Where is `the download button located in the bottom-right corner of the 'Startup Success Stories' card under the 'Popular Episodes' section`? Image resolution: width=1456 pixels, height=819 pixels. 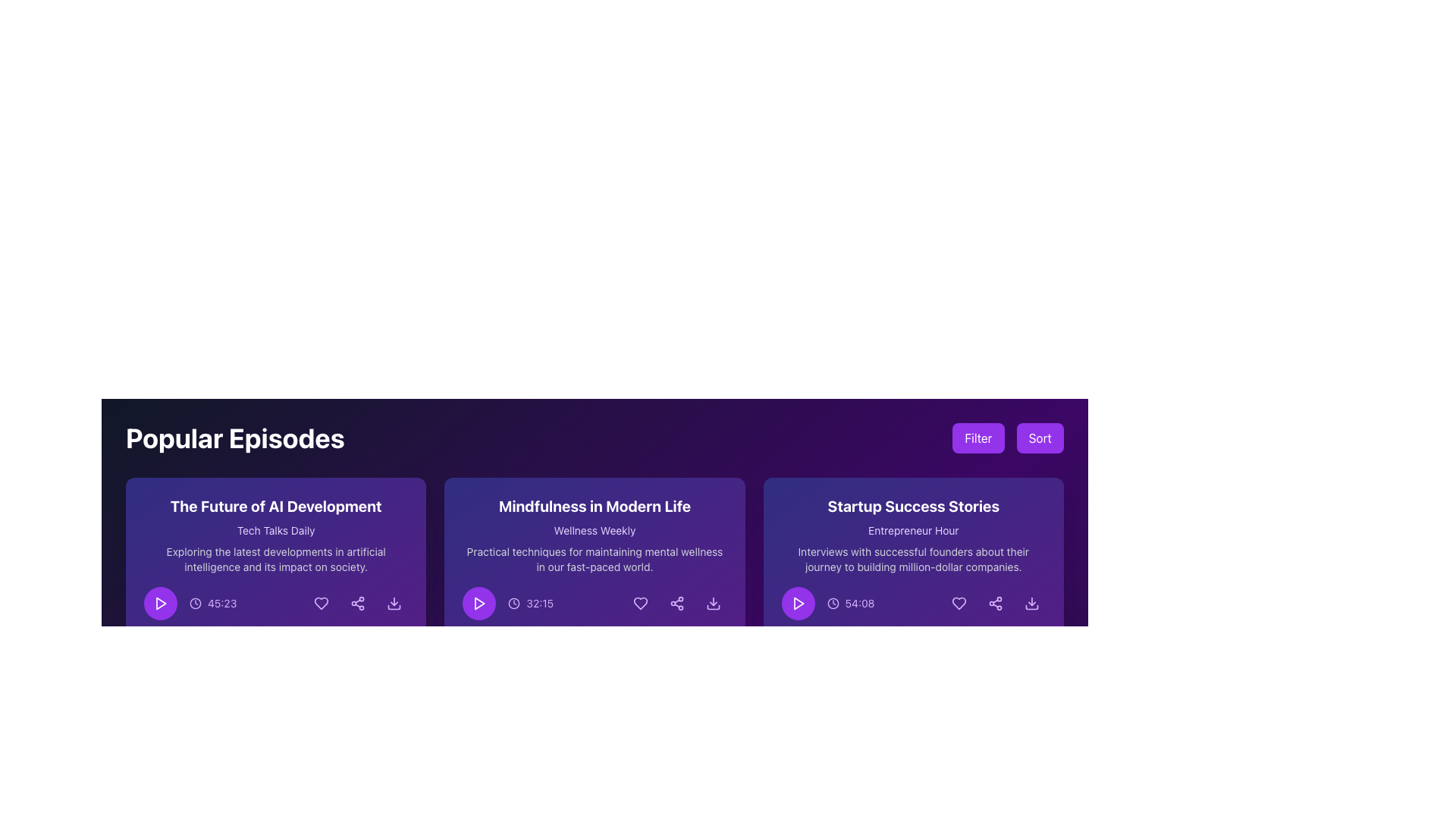 the download button located in the bottom-right corner of the 'Startup Success Stories' card under the 'Popular Episodes' section is located at coordinates (1031, 602).